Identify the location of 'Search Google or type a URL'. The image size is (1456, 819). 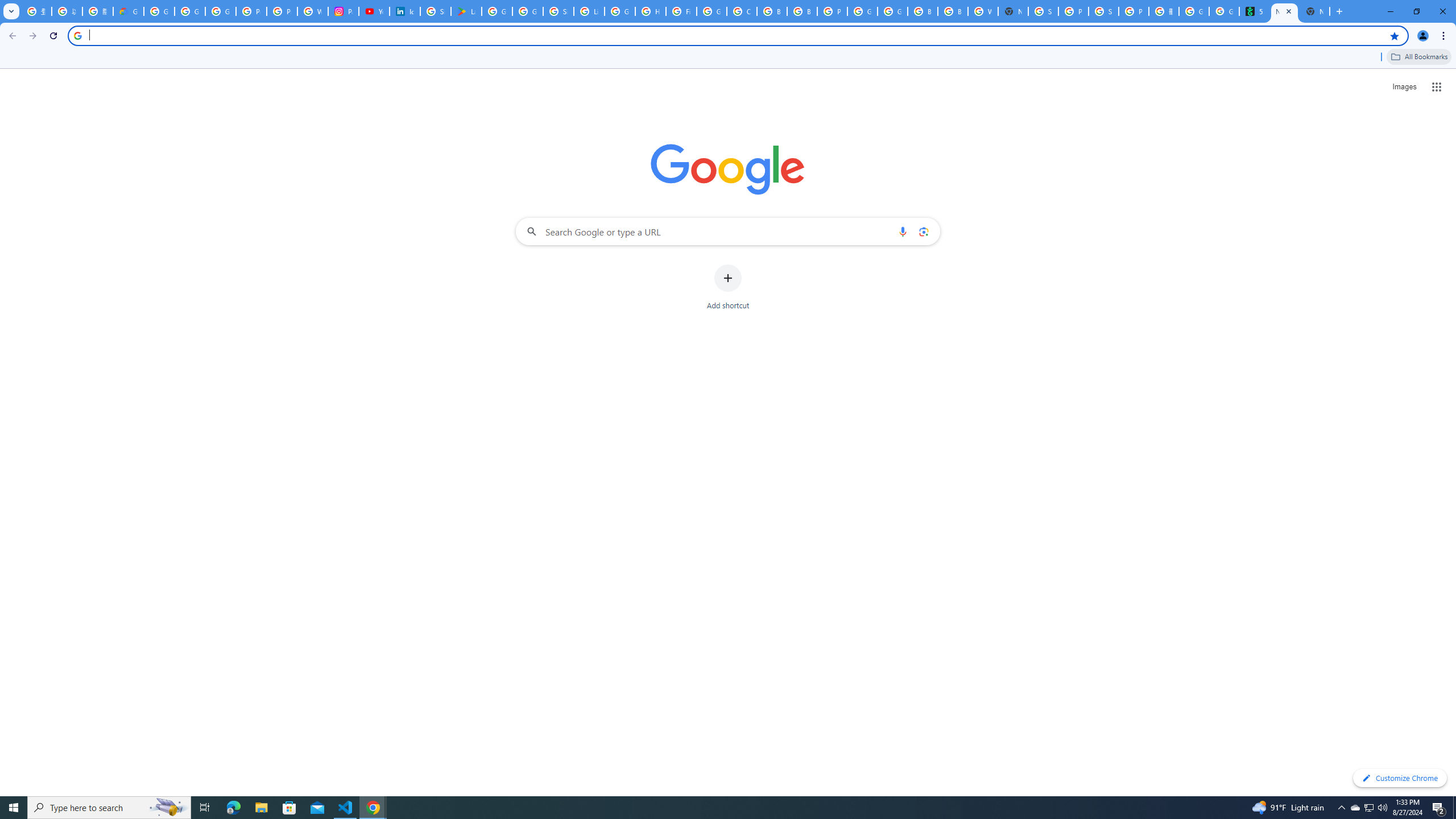
(728, 230).